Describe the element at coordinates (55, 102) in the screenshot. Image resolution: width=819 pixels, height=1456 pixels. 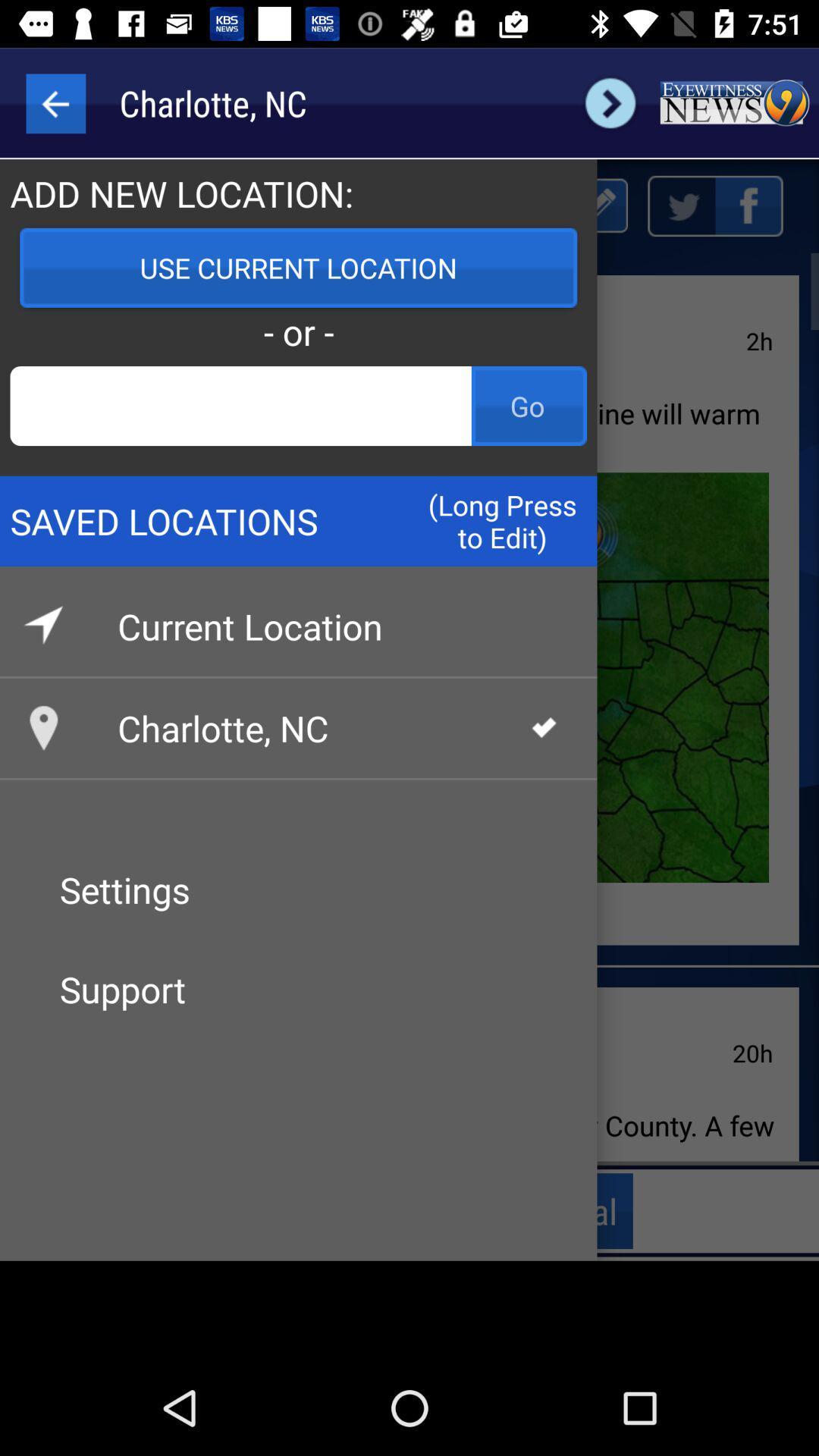
I see `the arrow_backward icon` at that location.